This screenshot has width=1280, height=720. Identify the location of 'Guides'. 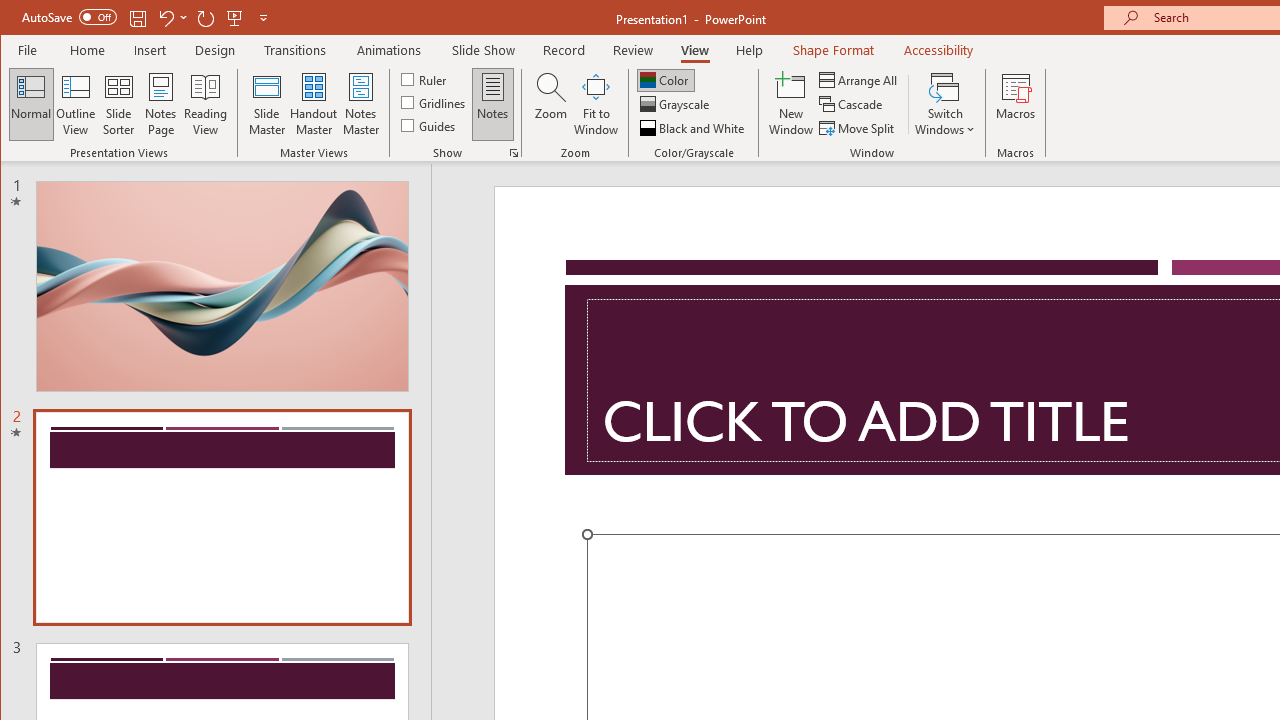
(429, 125).